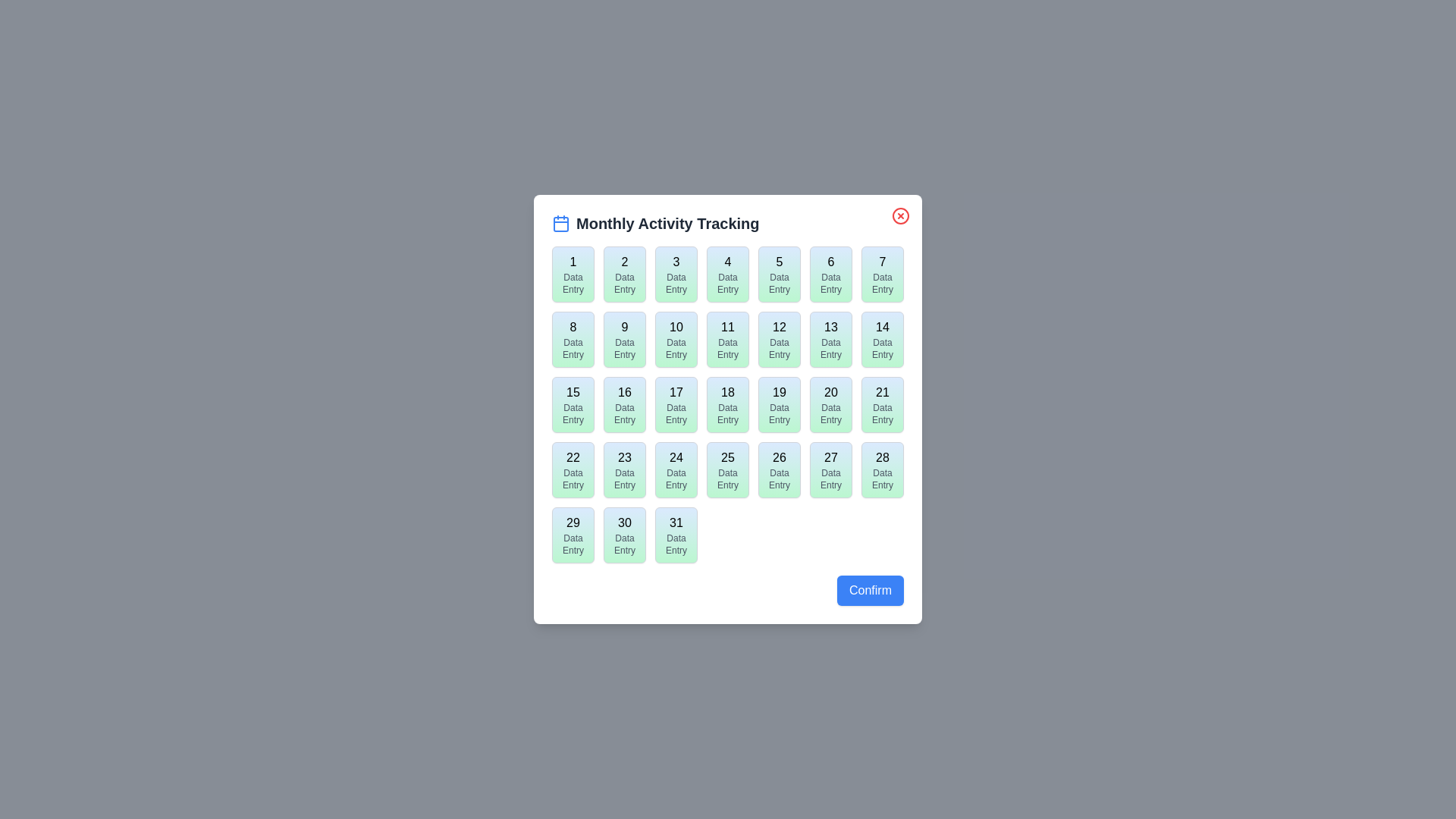 This screenshot has height=819, width=1456. What do you see at coordinates (378, 378) in the screenshot?
I see `the background outside the dialog box to test for dismissal` at bounding box center [378, 378].